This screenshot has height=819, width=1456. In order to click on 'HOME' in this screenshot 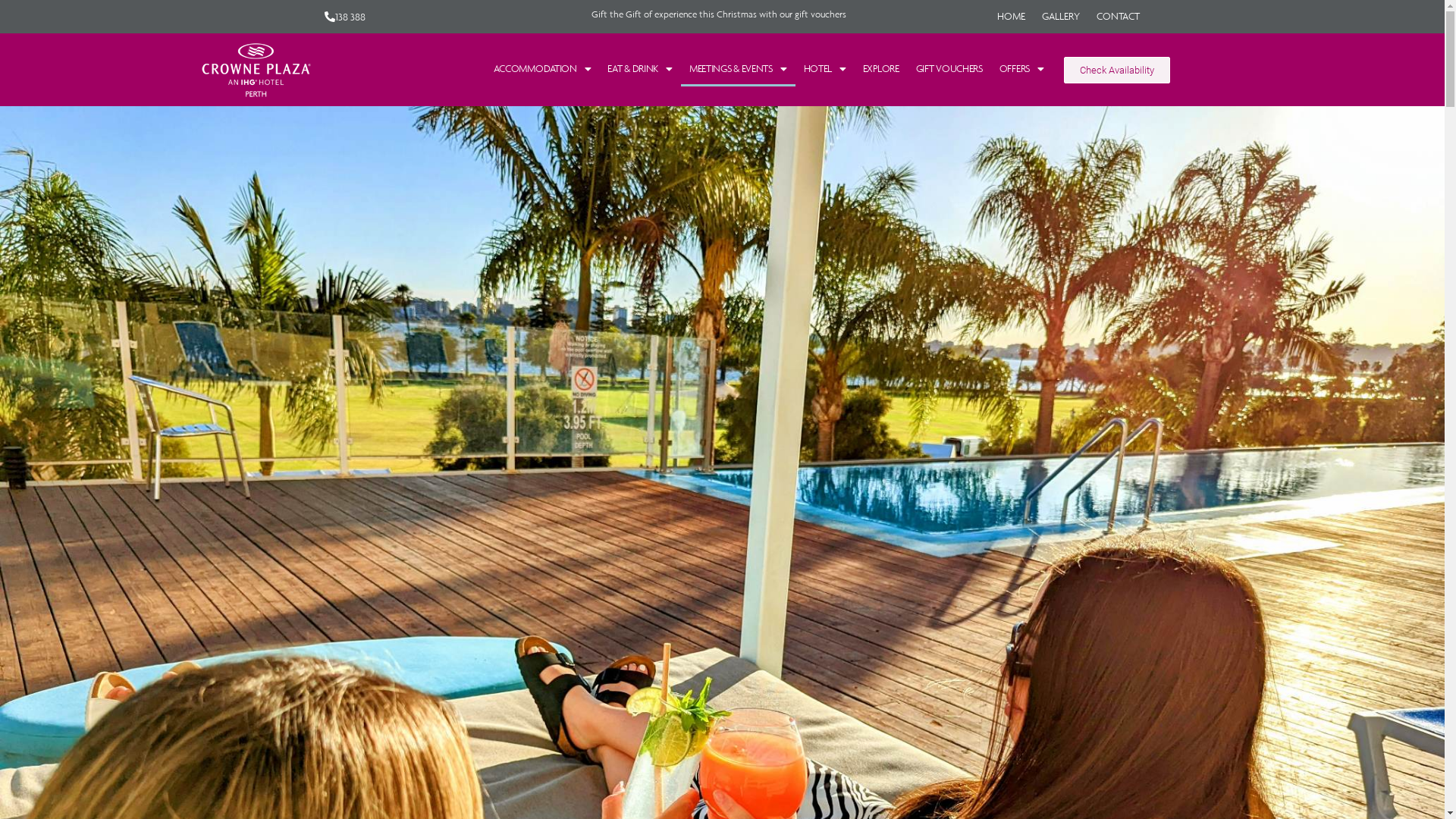, I will do `click(1011, 17)`.